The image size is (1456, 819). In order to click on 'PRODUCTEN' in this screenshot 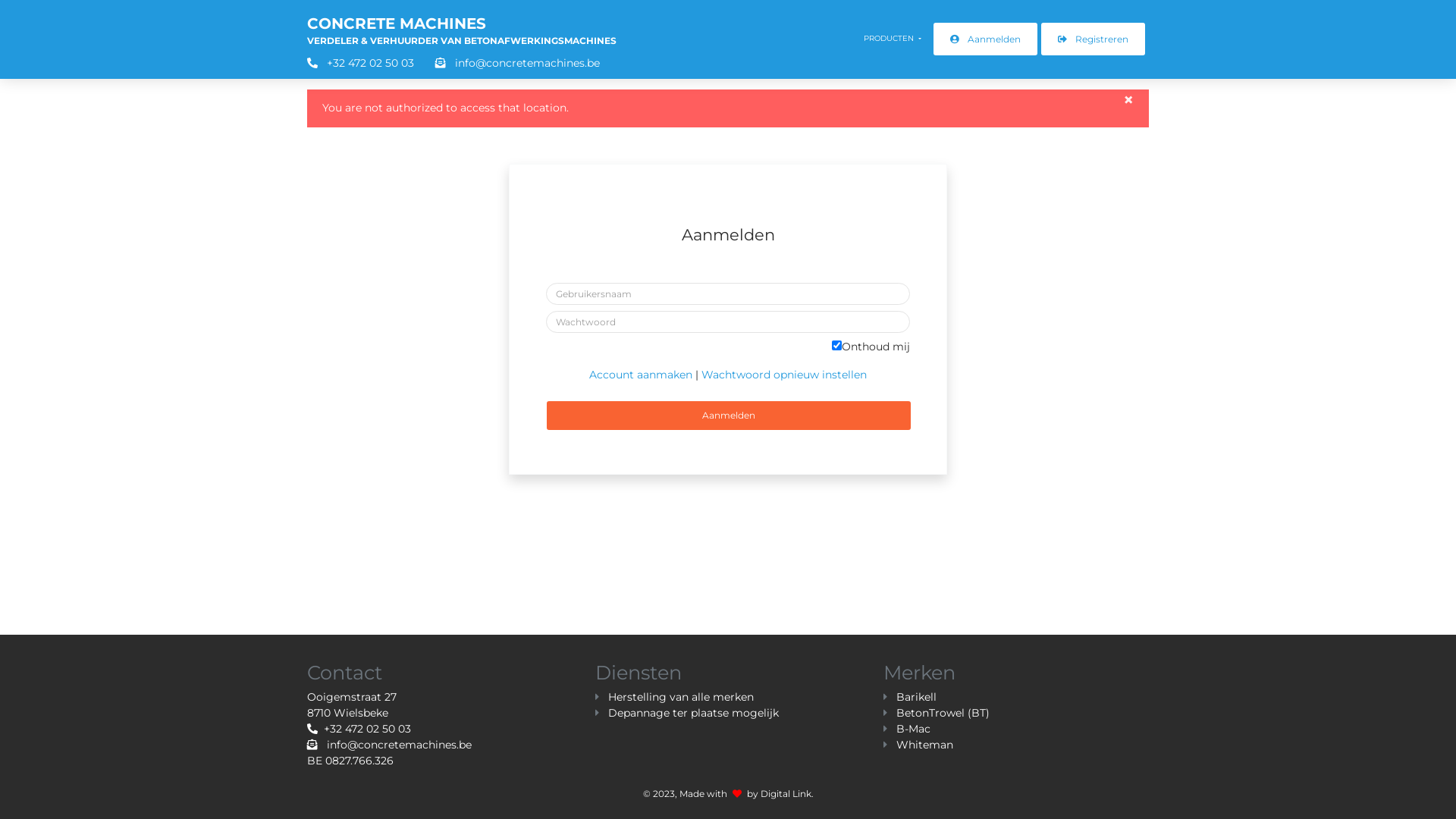, I will do `click(892, 37)`.